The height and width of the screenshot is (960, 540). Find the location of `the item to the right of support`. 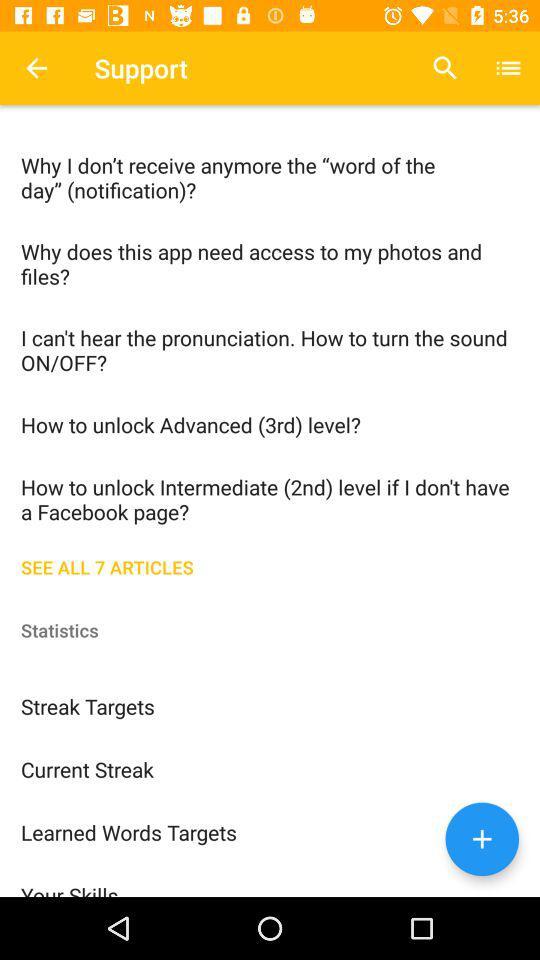

the item to the right of support is located at coordinates (445, 68).